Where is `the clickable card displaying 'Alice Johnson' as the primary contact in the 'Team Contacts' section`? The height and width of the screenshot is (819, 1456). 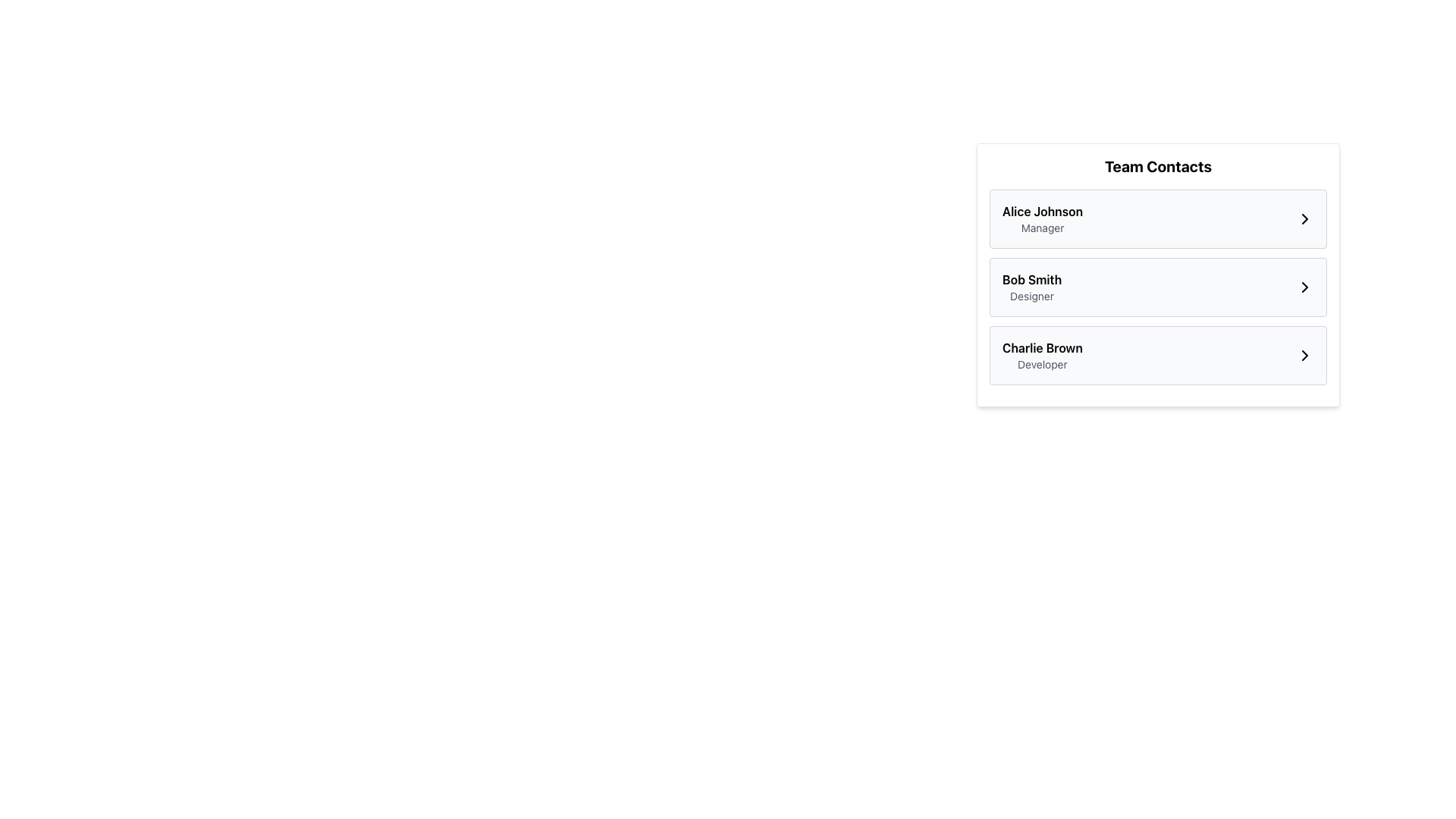
the clickable card displaying 'Alice Johnson' as the primary contact in the 'Team Contacts' section is located at coordinates (1157, 219).